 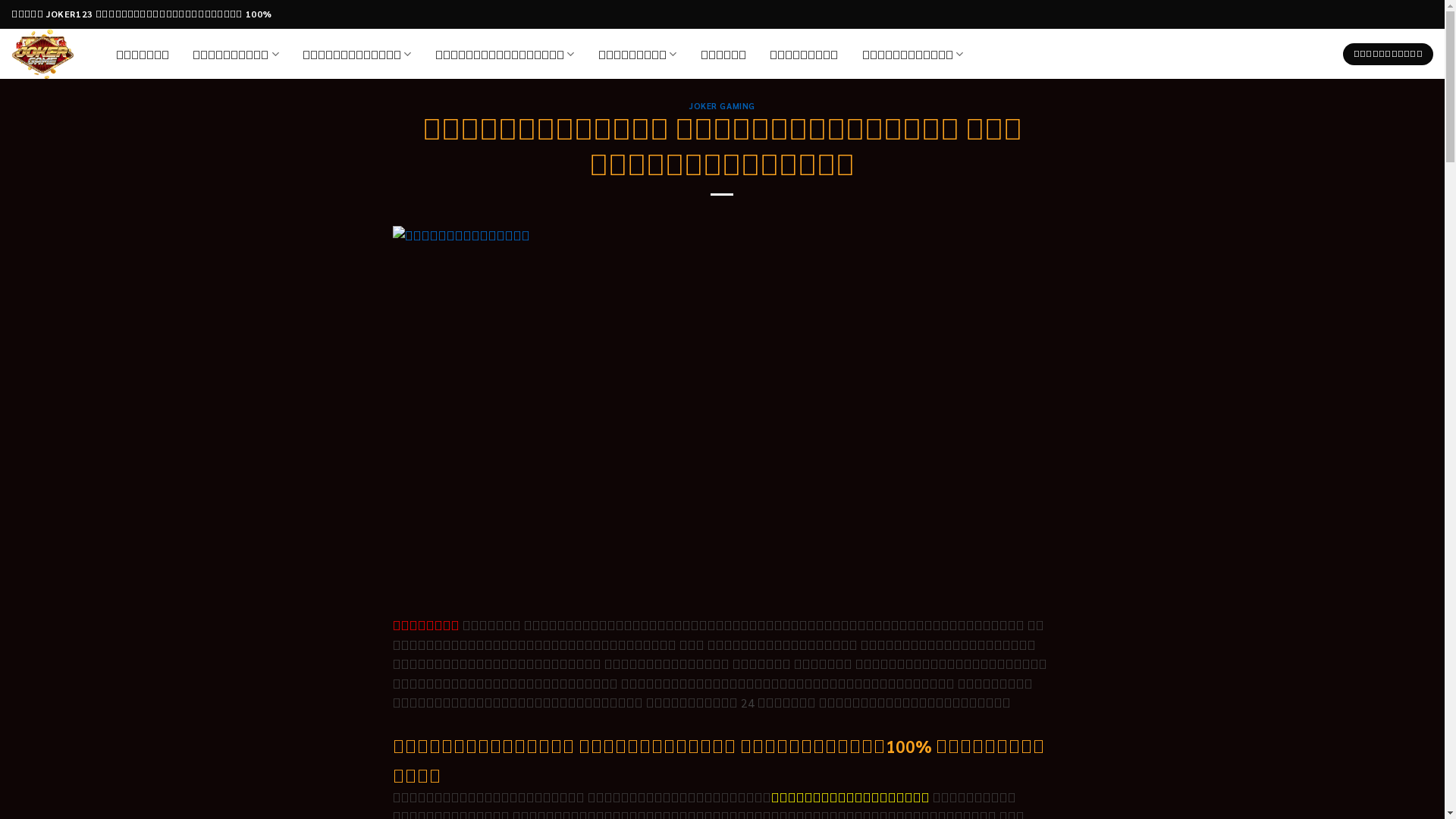 I want to click on 'Skip to content', so click(x=0, y=0).